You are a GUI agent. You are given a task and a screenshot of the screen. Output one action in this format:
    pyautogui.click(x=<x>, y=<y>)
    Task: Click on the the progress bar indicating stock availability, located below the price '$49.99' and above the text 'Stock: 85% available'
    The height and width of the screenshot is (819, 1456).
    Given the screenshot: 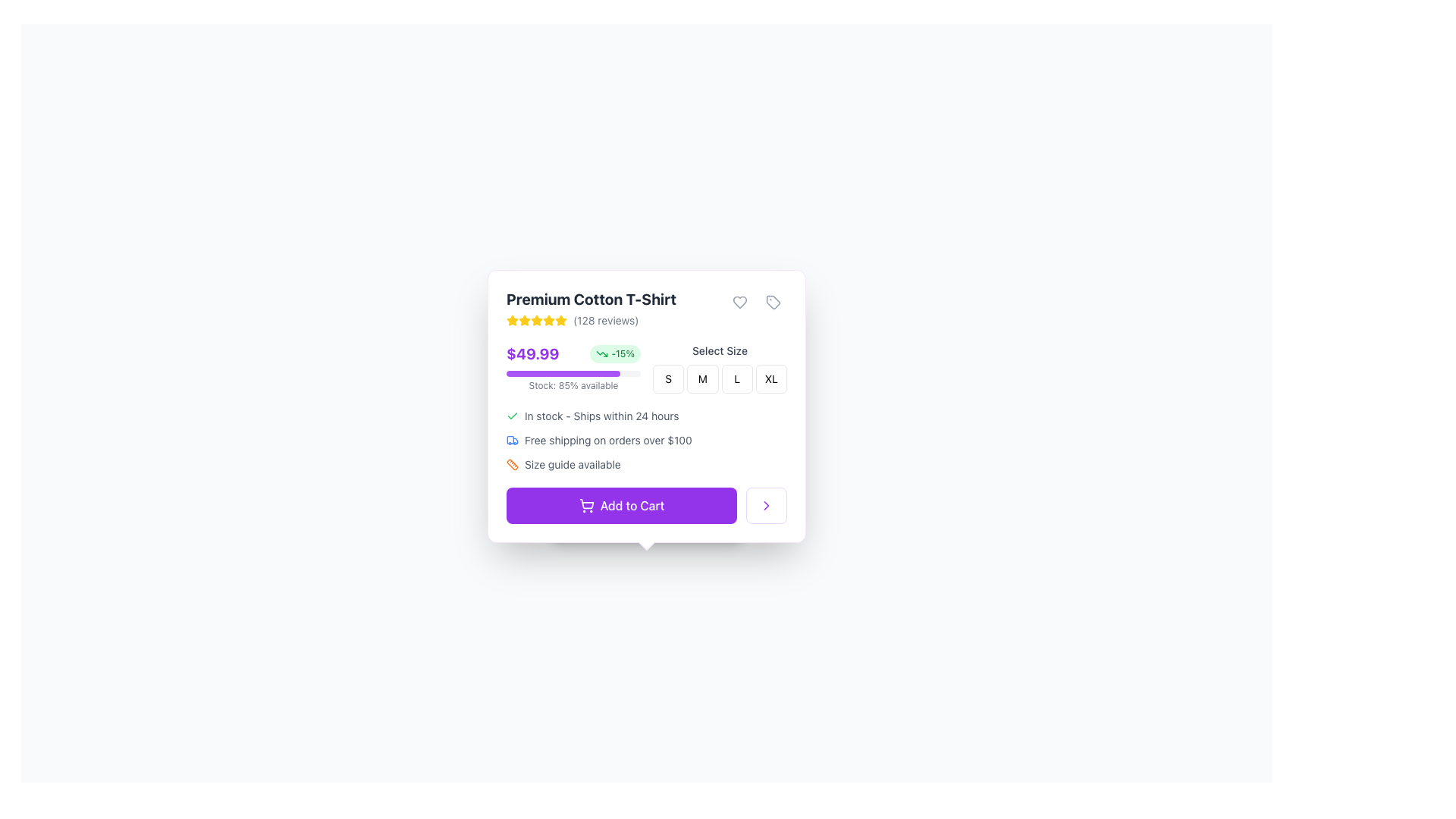 What is the action you would take?
    pyautogui.click(x=573, y=374)
    